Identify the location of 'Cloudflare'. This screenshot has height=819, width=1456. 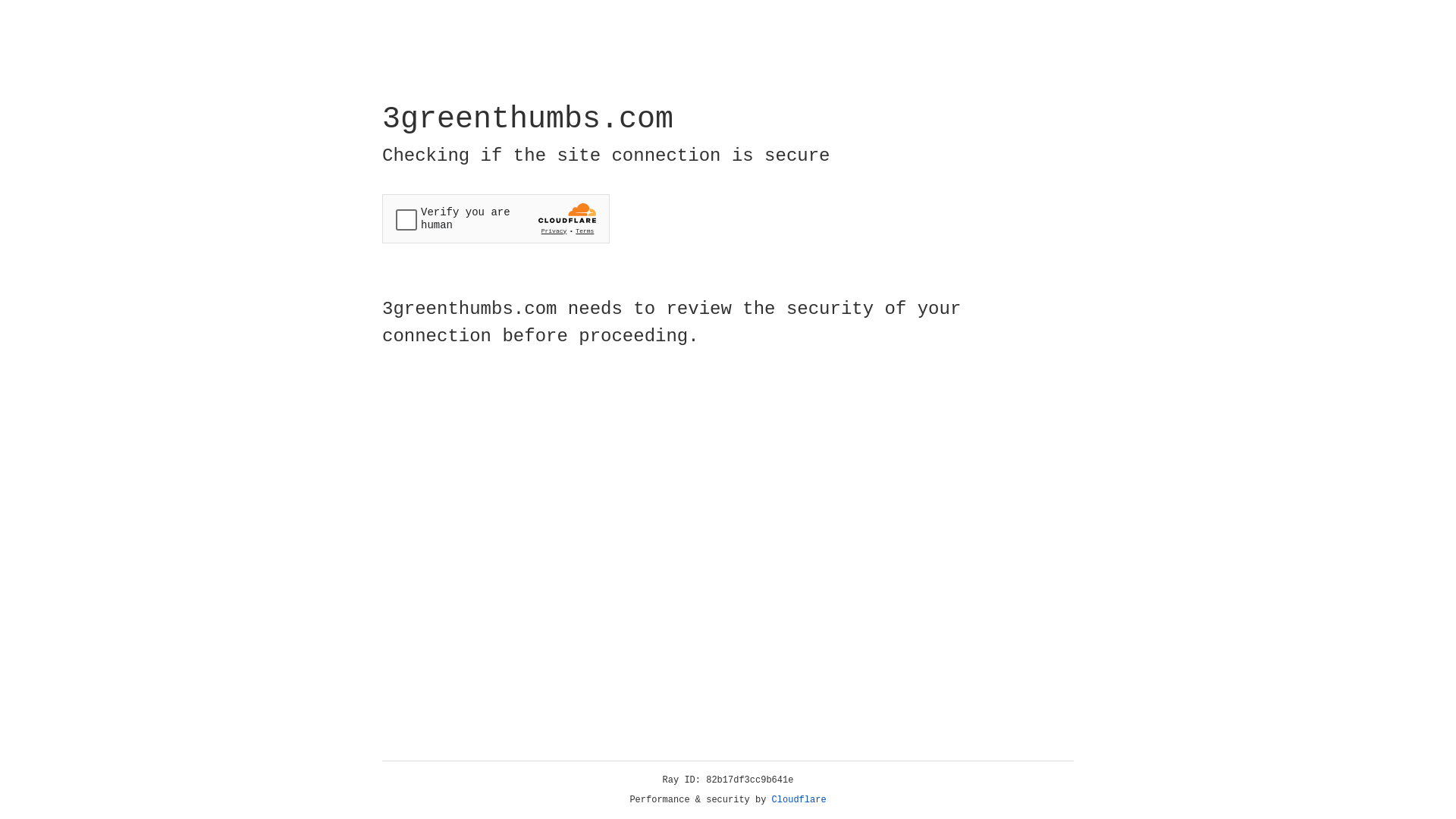
(799, 799).